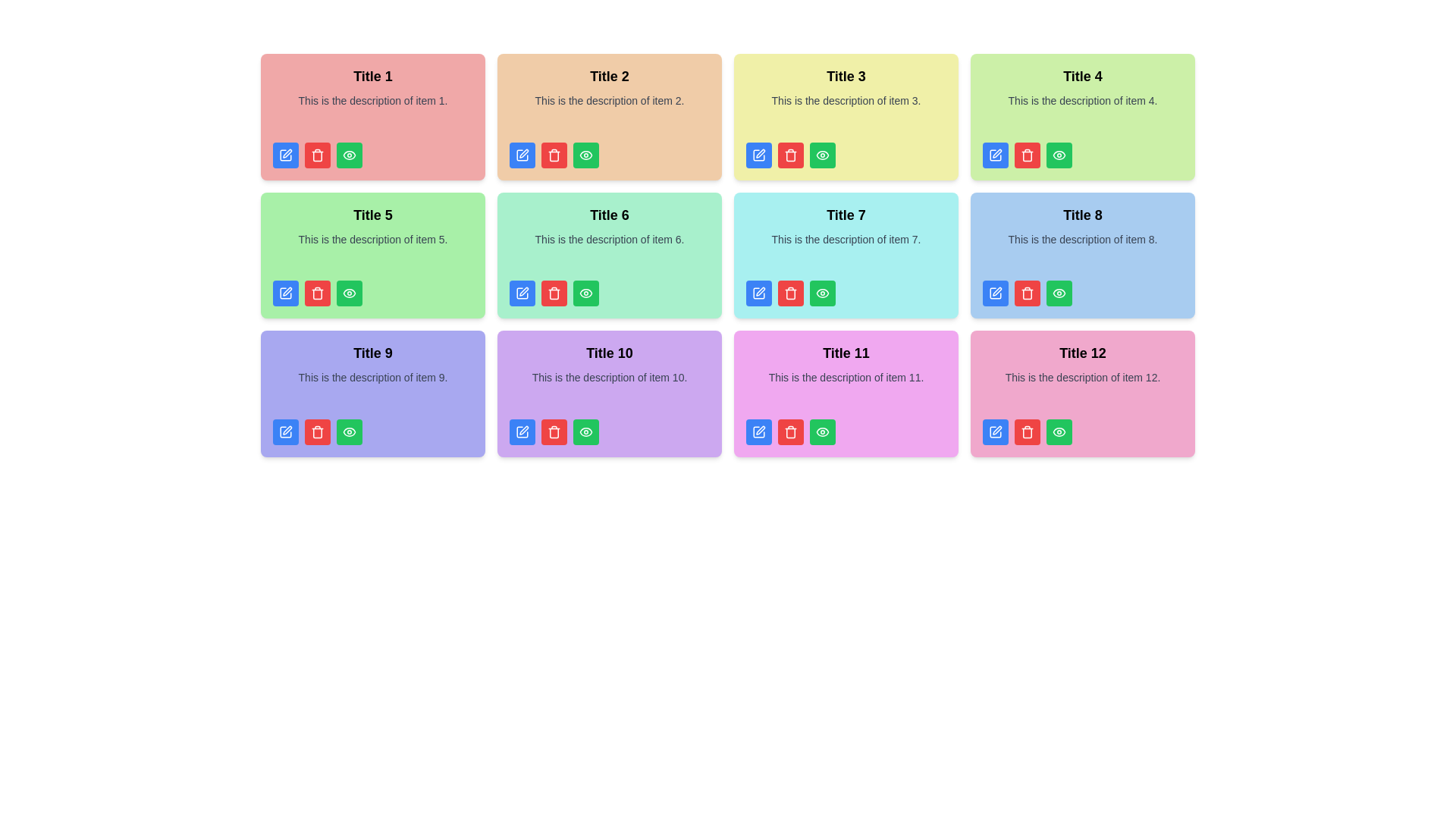 This screenshot has height=819, width=1456. What do you see at coordinates (1058, 155) in the screenshot?
I see `the third button in the group located in the bottom right corner of the card labeled 'Title 4'` at bounding box center [1058, 155].